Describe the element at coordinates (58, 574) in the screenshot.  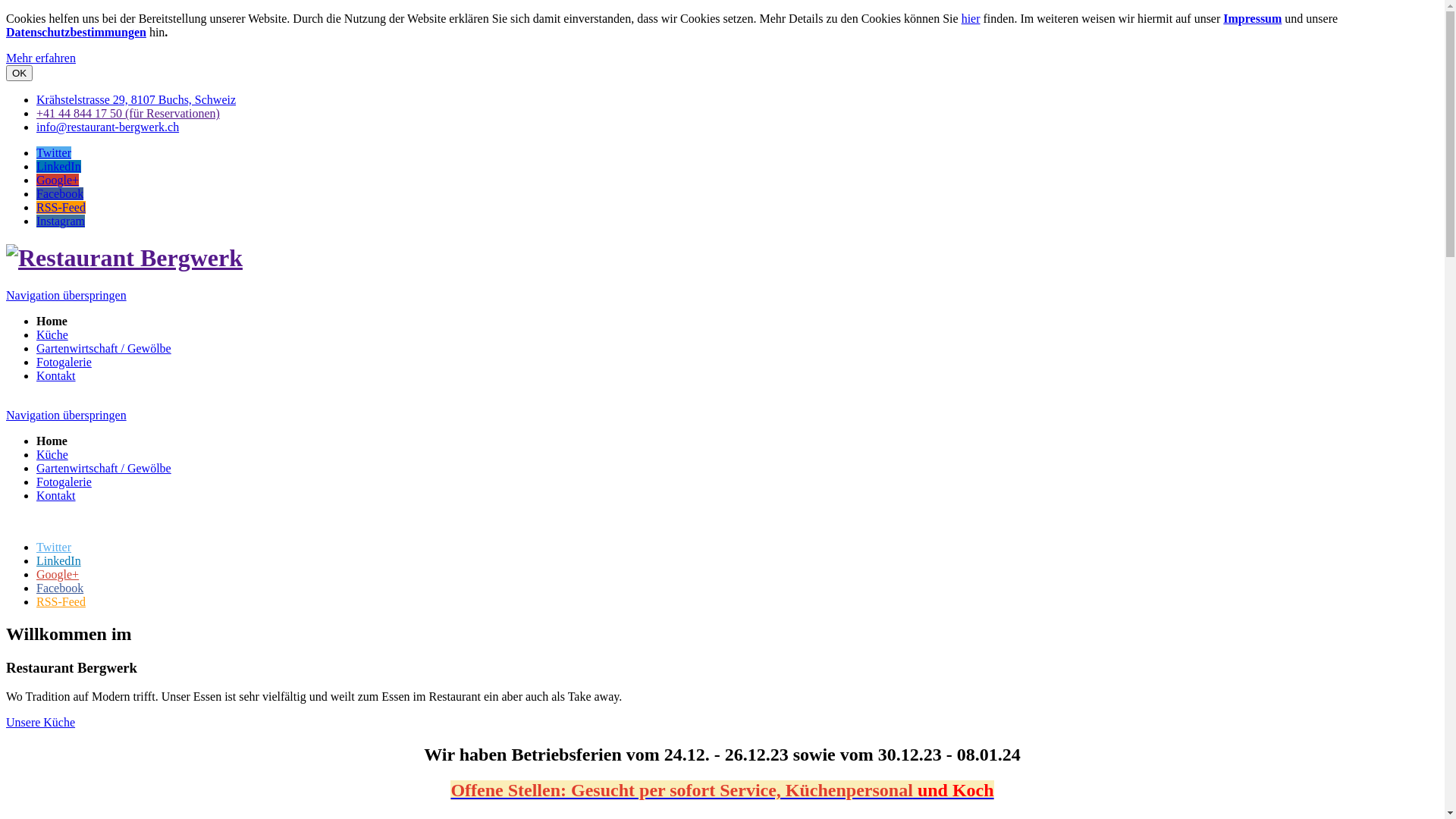
I see `'Google+'` at that location.